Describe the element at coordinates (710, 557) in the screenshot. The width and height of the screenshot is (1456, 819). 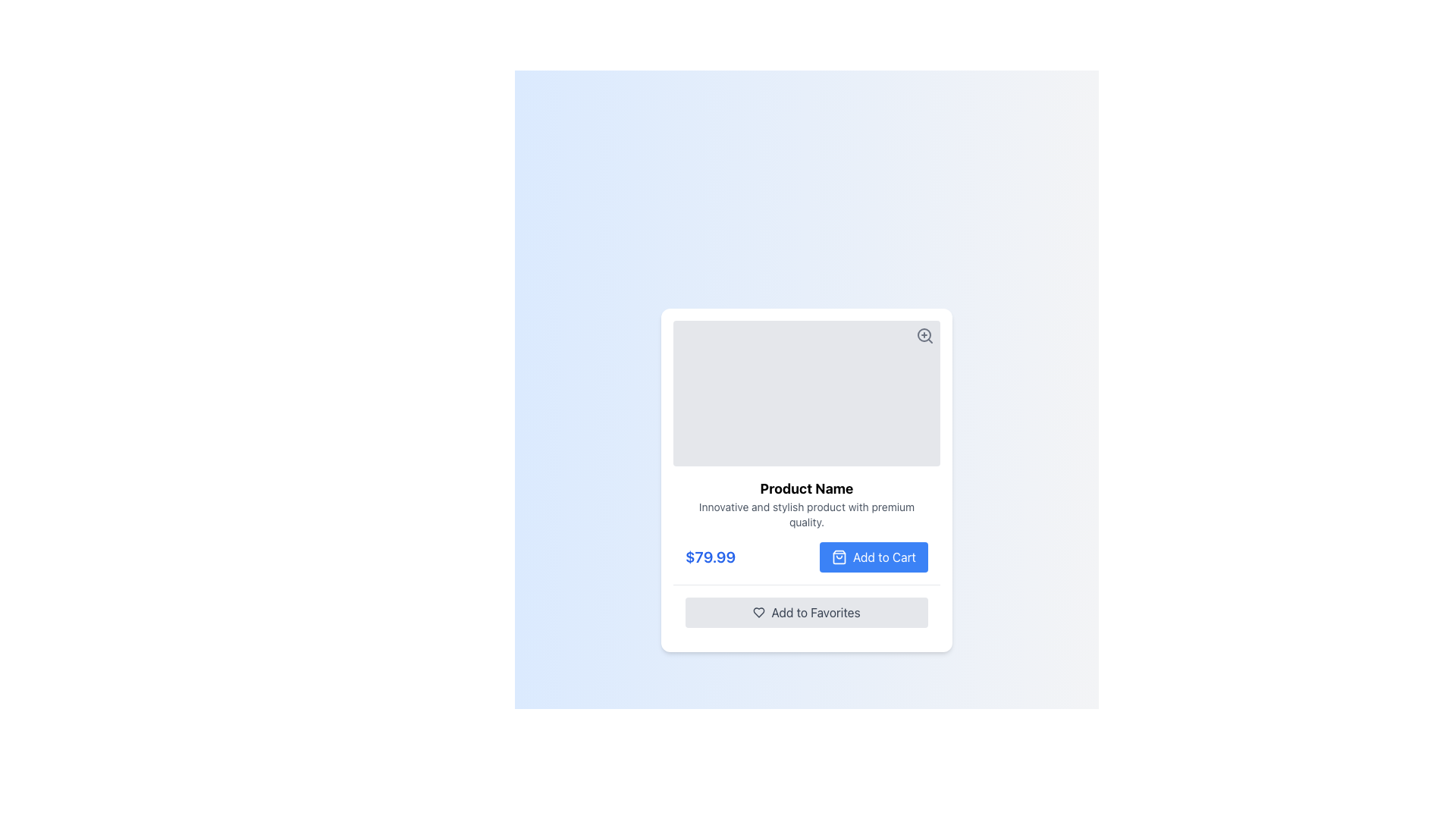
I see `text value of the pricing label displaying '$79.99', which is prominently located below the product description and to the left of the 'Add to Cart' button` at that location.